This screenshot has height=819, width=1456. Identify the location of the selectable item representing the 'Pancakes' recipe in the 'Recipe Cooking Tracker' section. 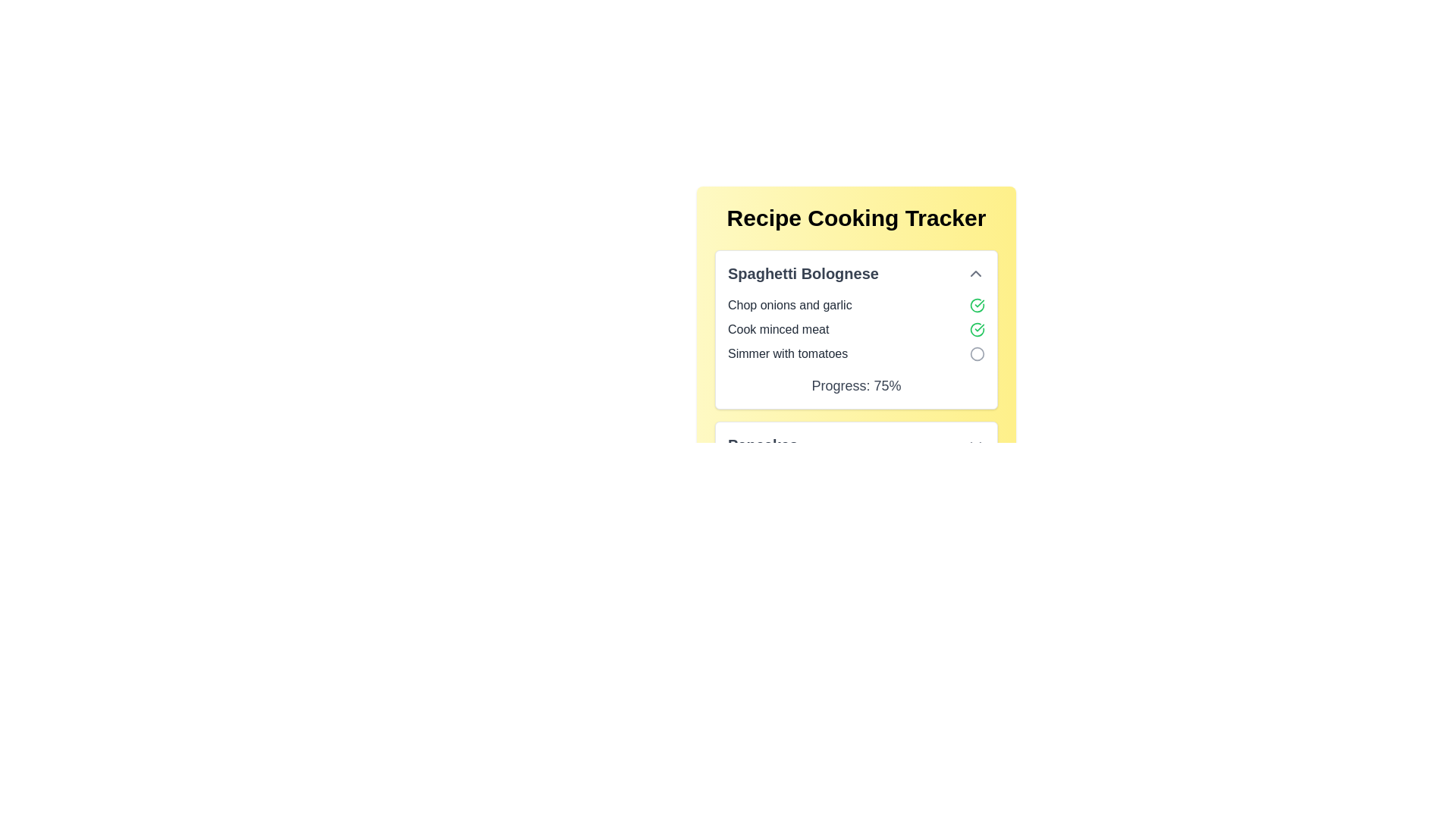
(856, 444).